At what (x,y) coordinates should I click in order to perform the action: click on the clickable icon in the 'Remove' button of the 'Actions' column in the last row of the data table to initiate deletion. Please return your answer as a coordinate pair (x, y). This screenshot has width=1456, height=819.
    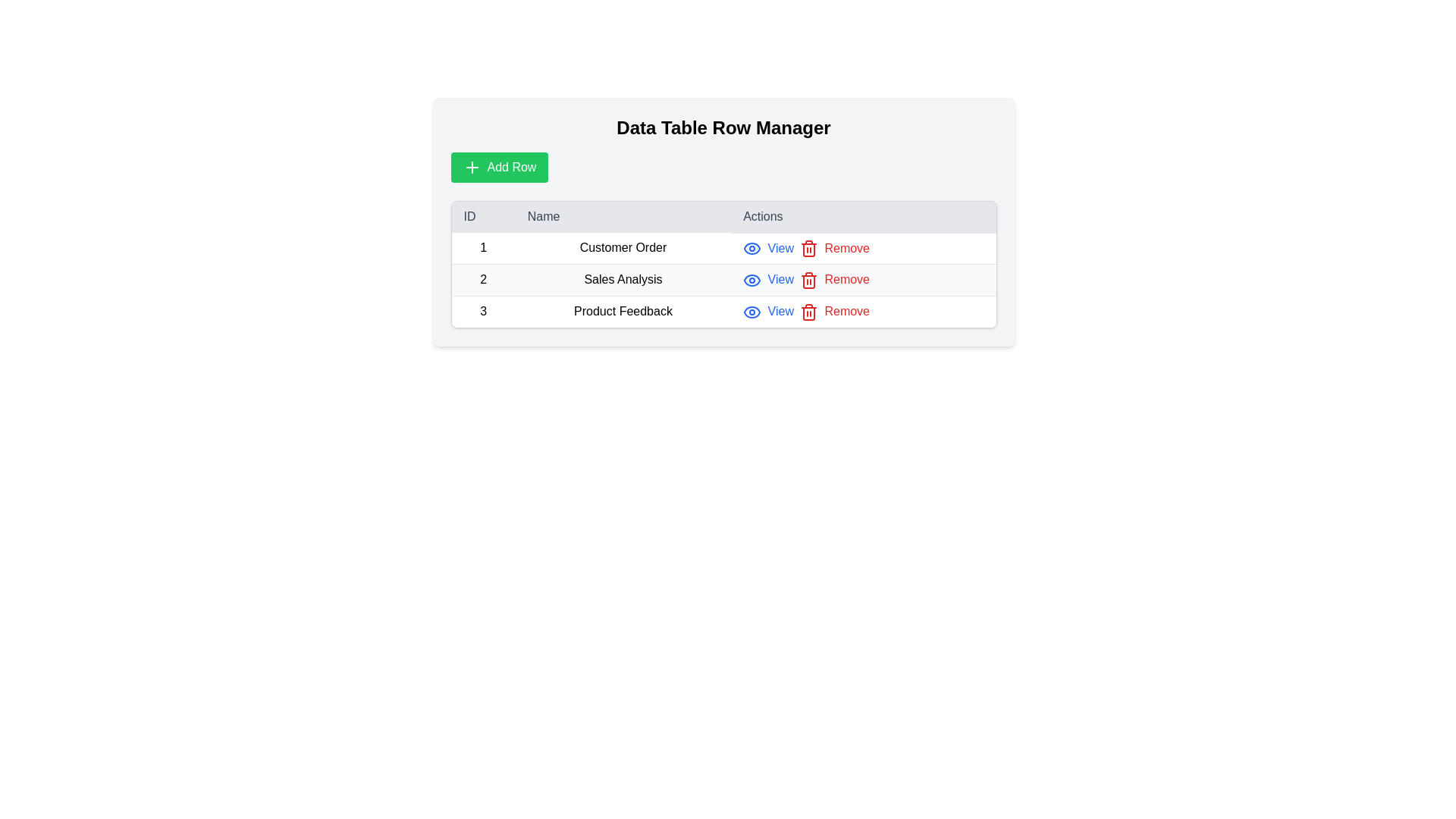
    Looking at the image, I should click on (808, 311).